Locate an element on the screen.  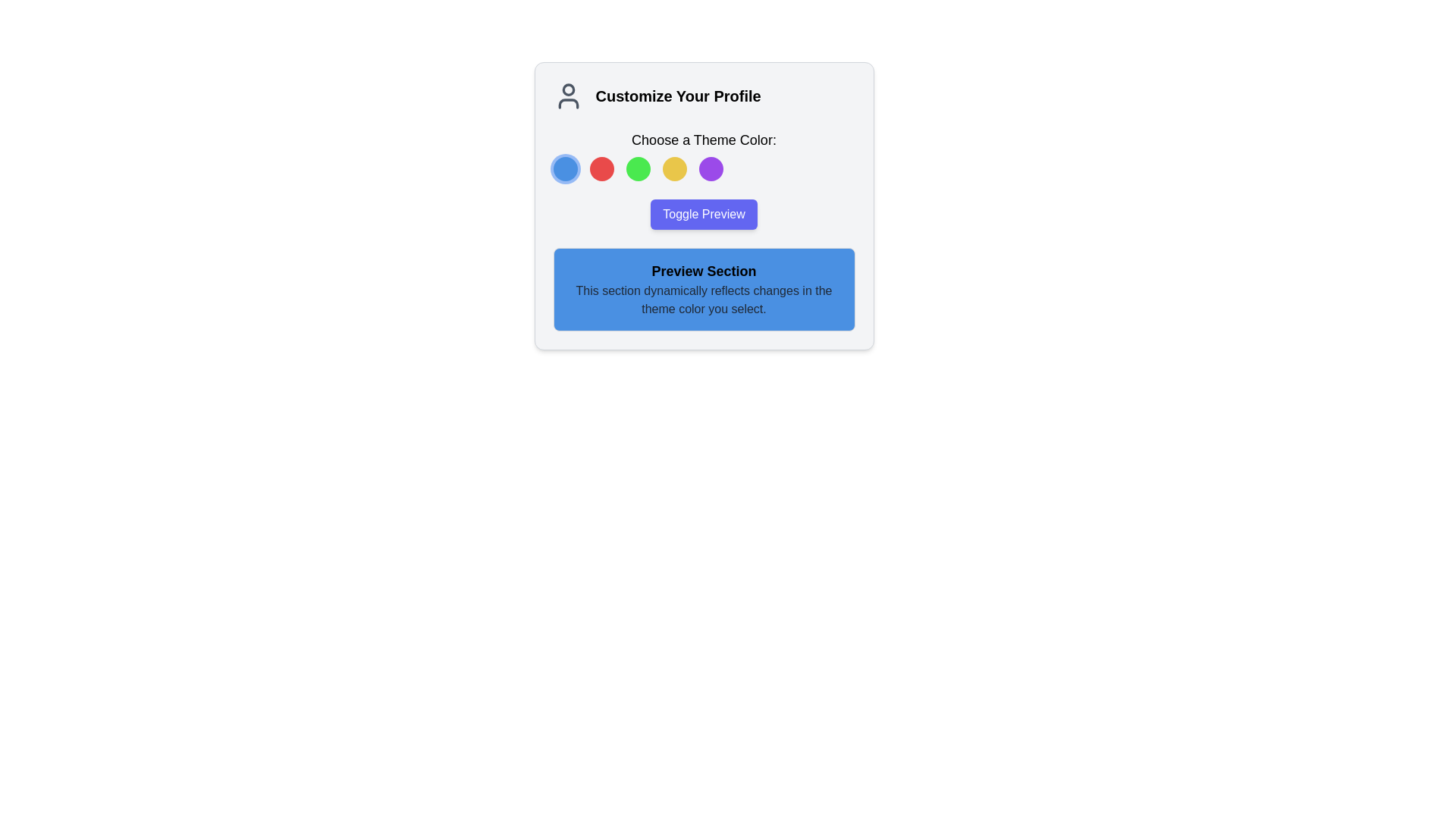
the red theme color selection button using keyboard navigation is located at coordinates (601, 169).